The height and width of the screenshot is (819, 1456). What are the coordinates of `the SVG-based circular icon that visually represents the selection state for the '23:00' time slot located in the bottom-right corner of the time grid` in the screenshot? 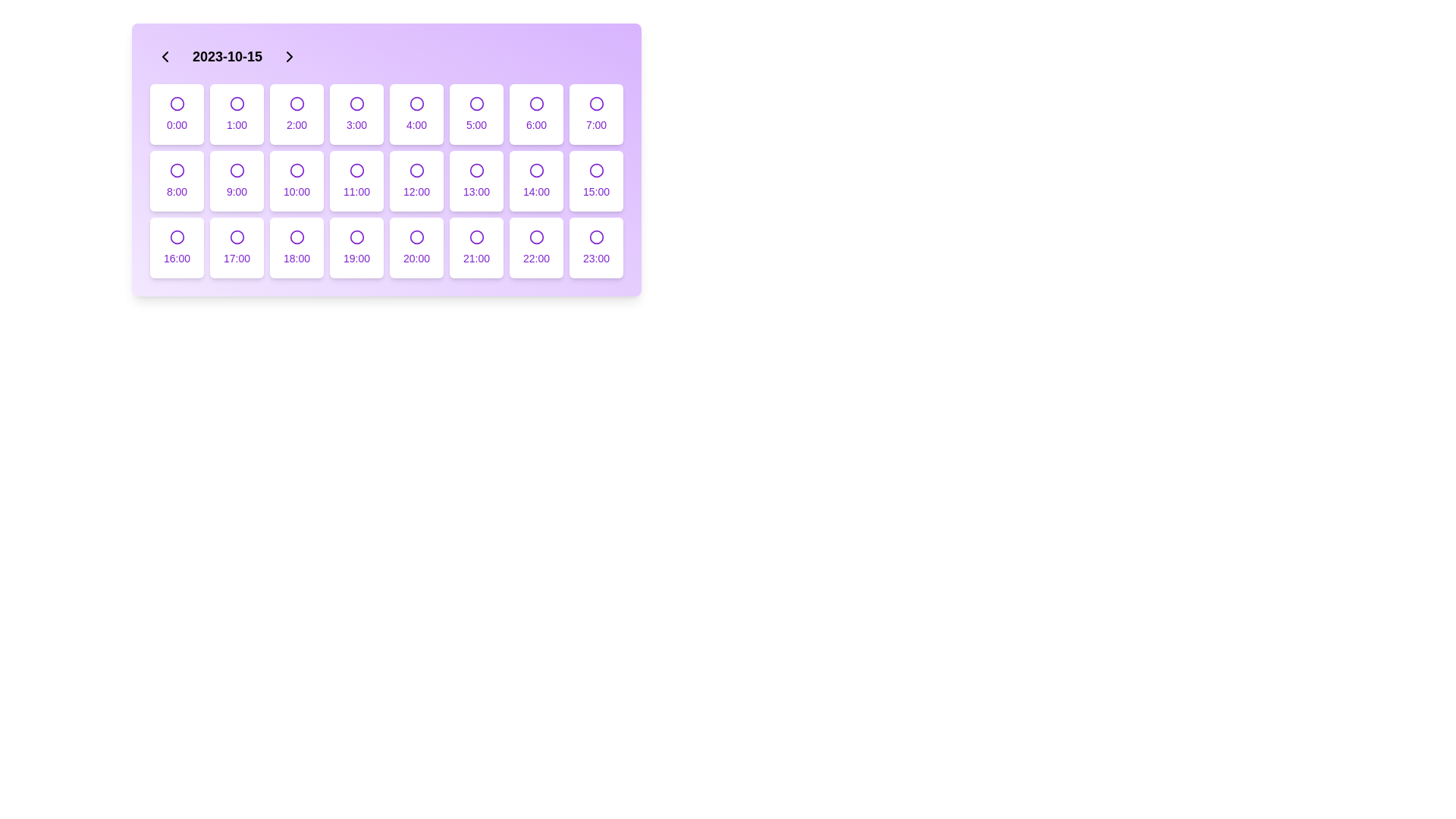 It's located at (595, 237).